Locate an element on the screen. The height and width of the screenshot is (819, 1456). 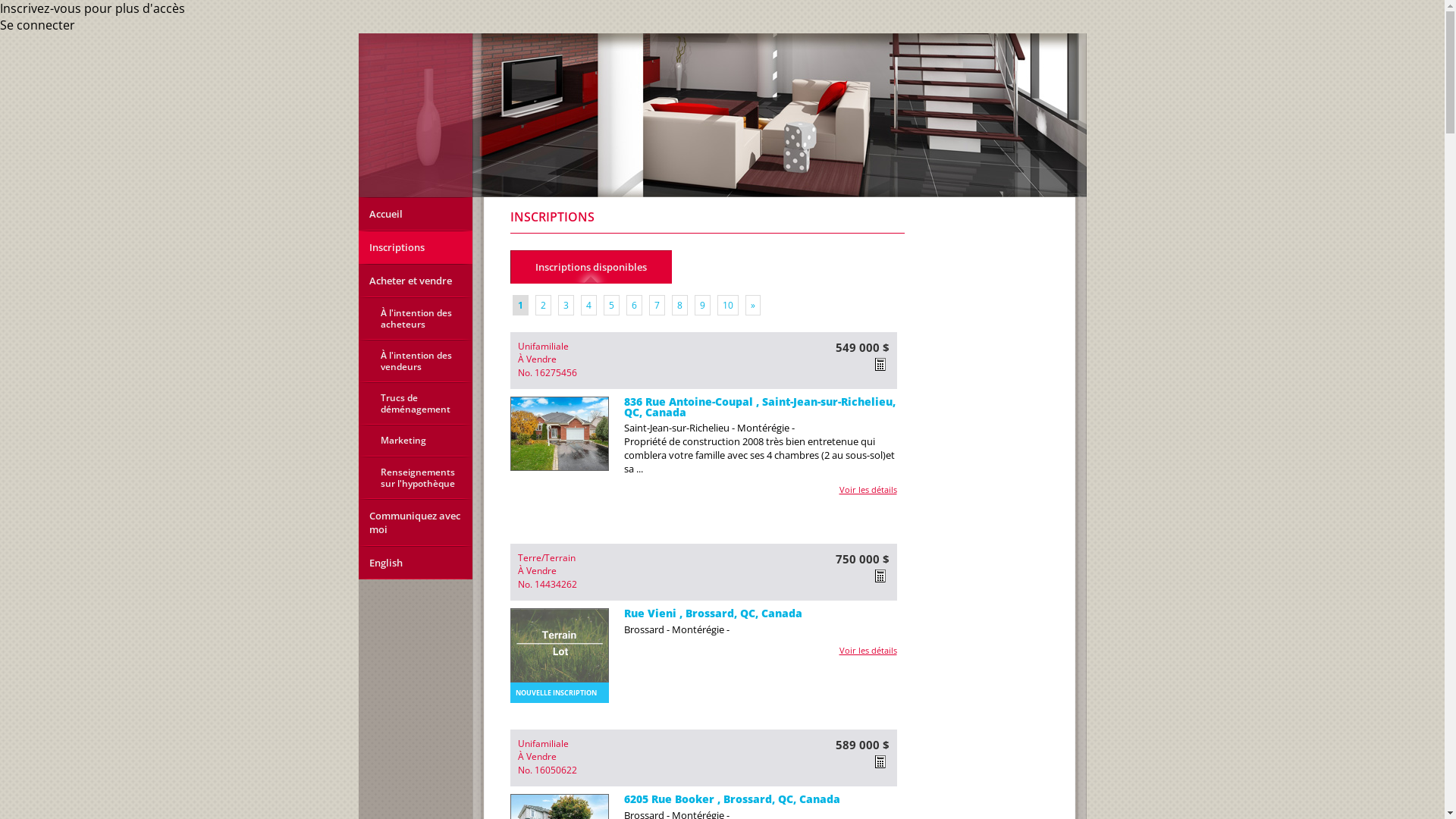
'8' is located at coordinates (671, 305).